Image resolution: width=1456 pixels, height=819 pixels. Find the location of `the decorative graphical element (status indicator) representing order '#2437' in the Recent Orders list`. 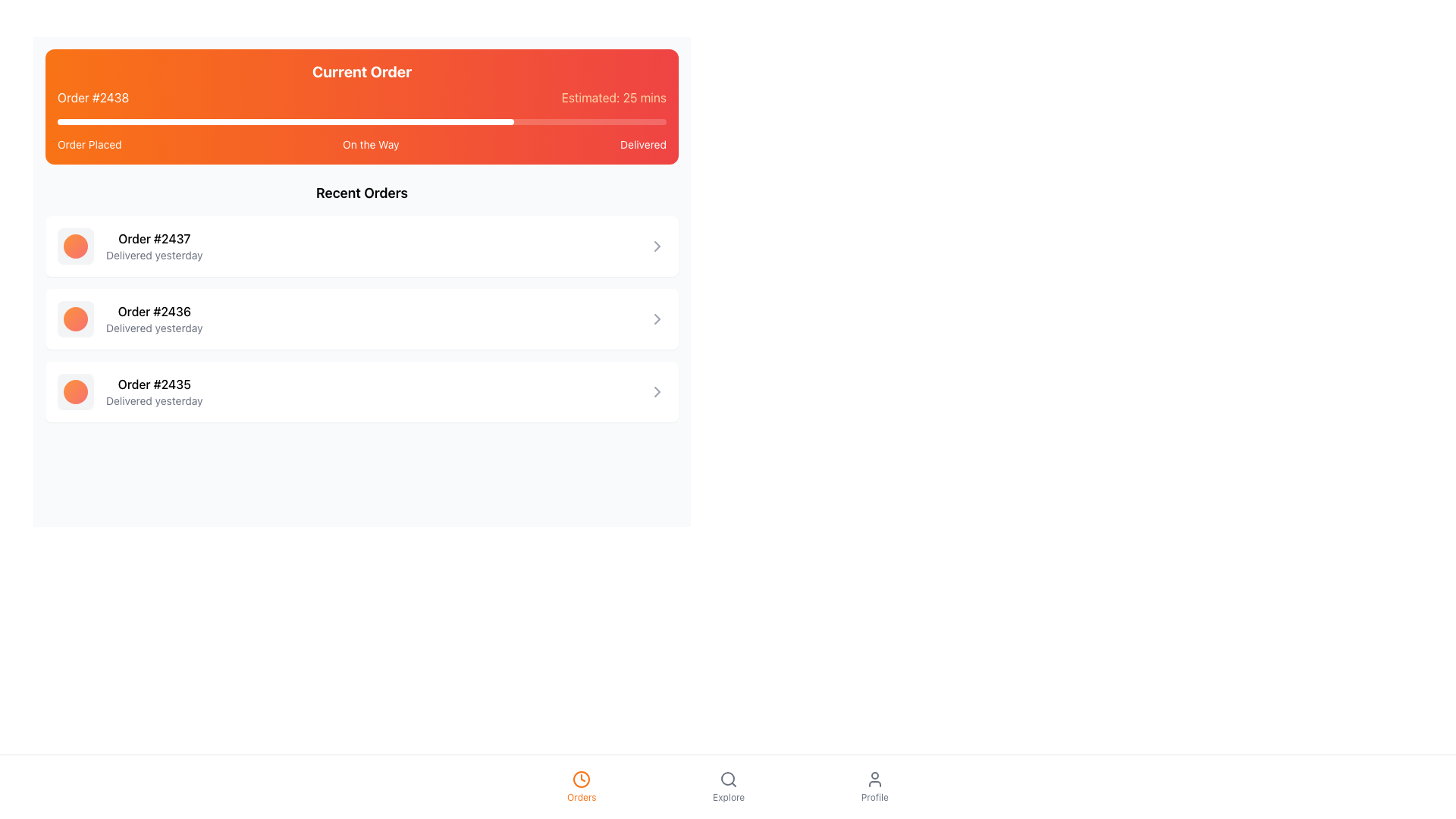

the decorative graphical element (status indicator) representing order '#2437' in the Recent Orders list is located at coordinates (75, 245).